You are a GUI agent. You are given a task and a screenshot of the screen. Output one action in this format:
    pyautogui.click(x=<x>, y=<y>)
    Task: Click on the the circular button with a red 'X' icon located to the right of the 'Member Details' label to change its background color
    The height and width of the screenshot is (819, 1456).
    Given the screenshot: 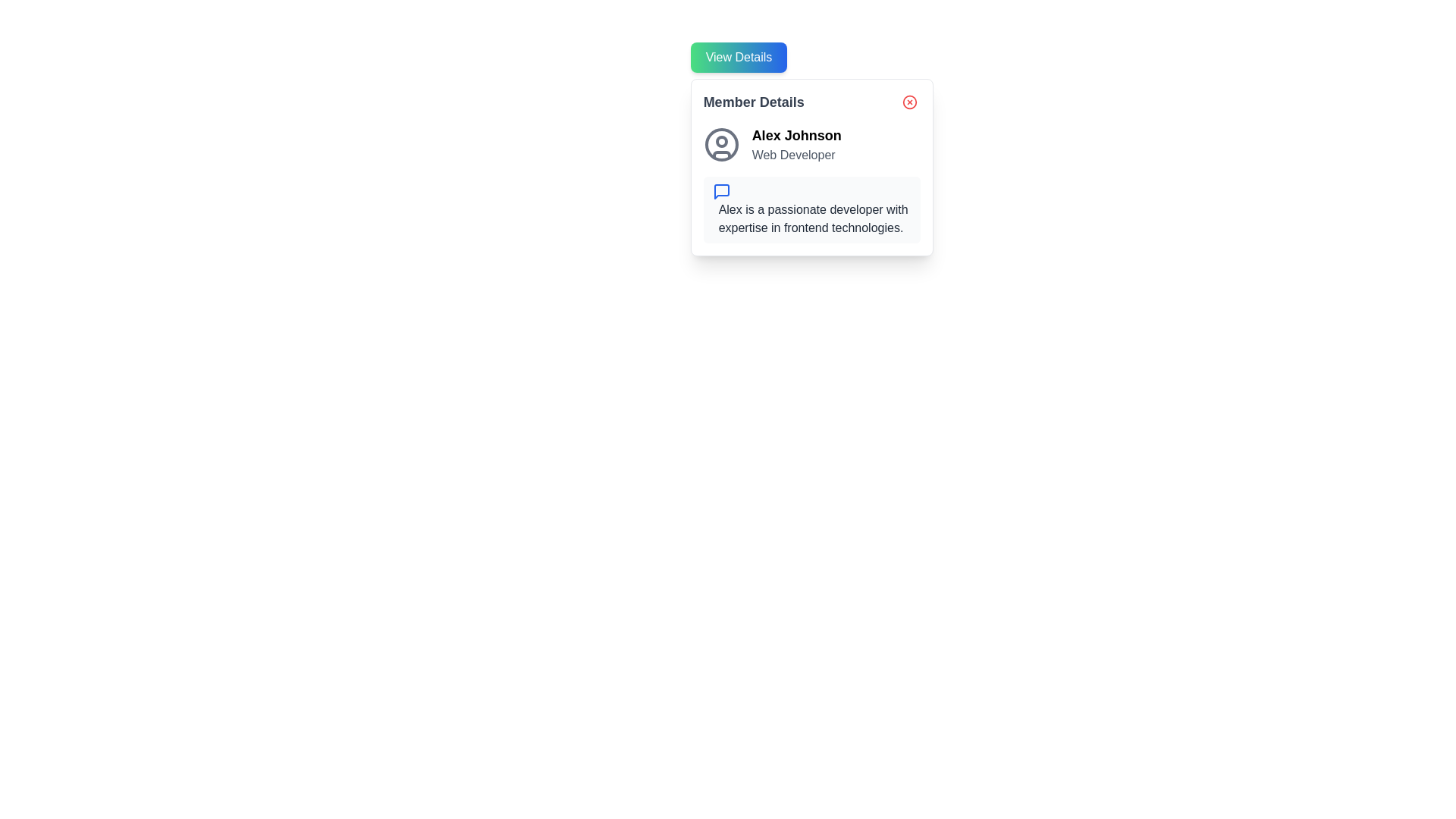 What is the action you would take?
    pyautogui.click(x=909, y=102)
    